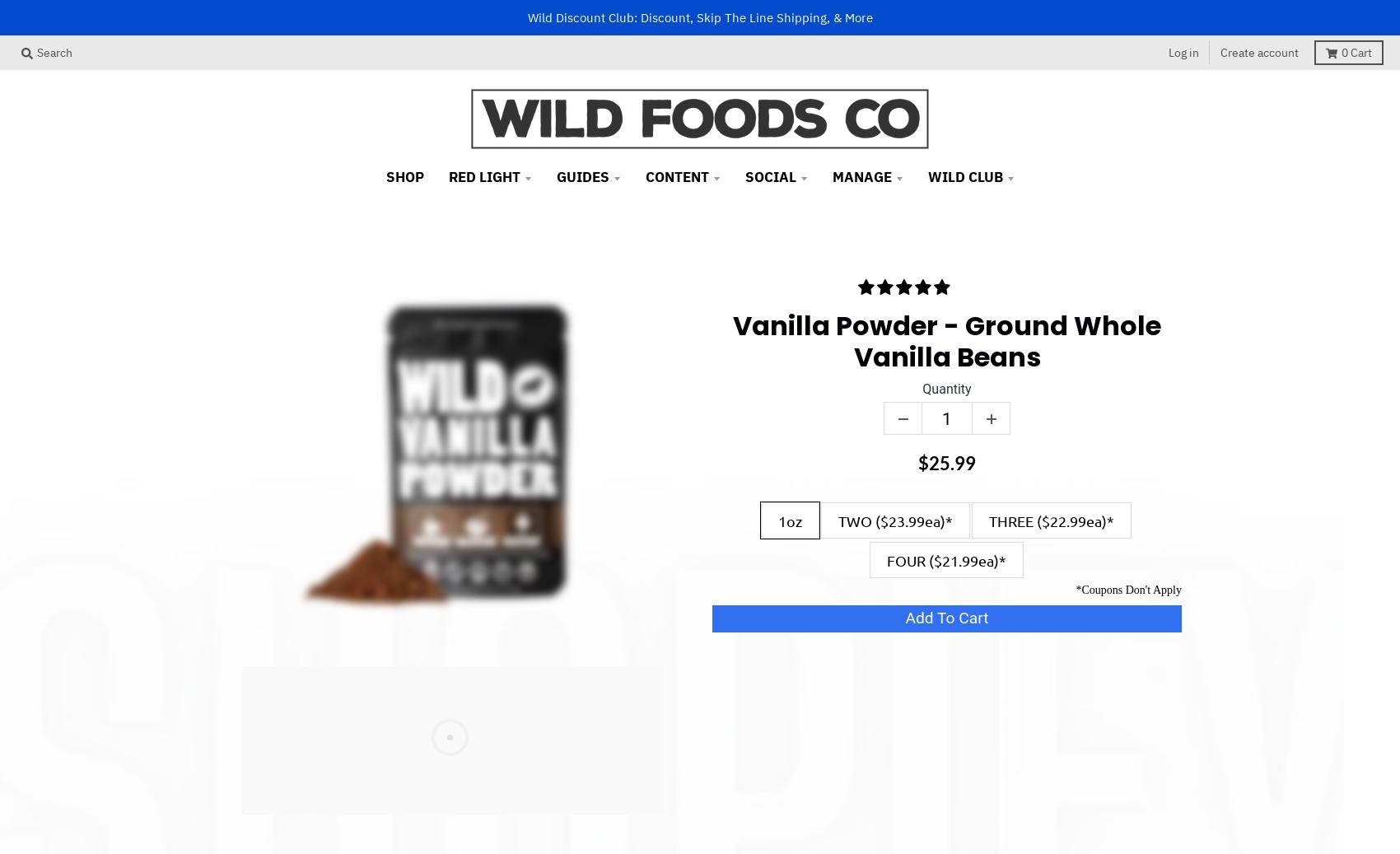 Image resolution: width=1400 pixels, height=854 pixels. Describe the element at coordinates (947, 463) in the screenshot. I see `'$25.99'` at that location.